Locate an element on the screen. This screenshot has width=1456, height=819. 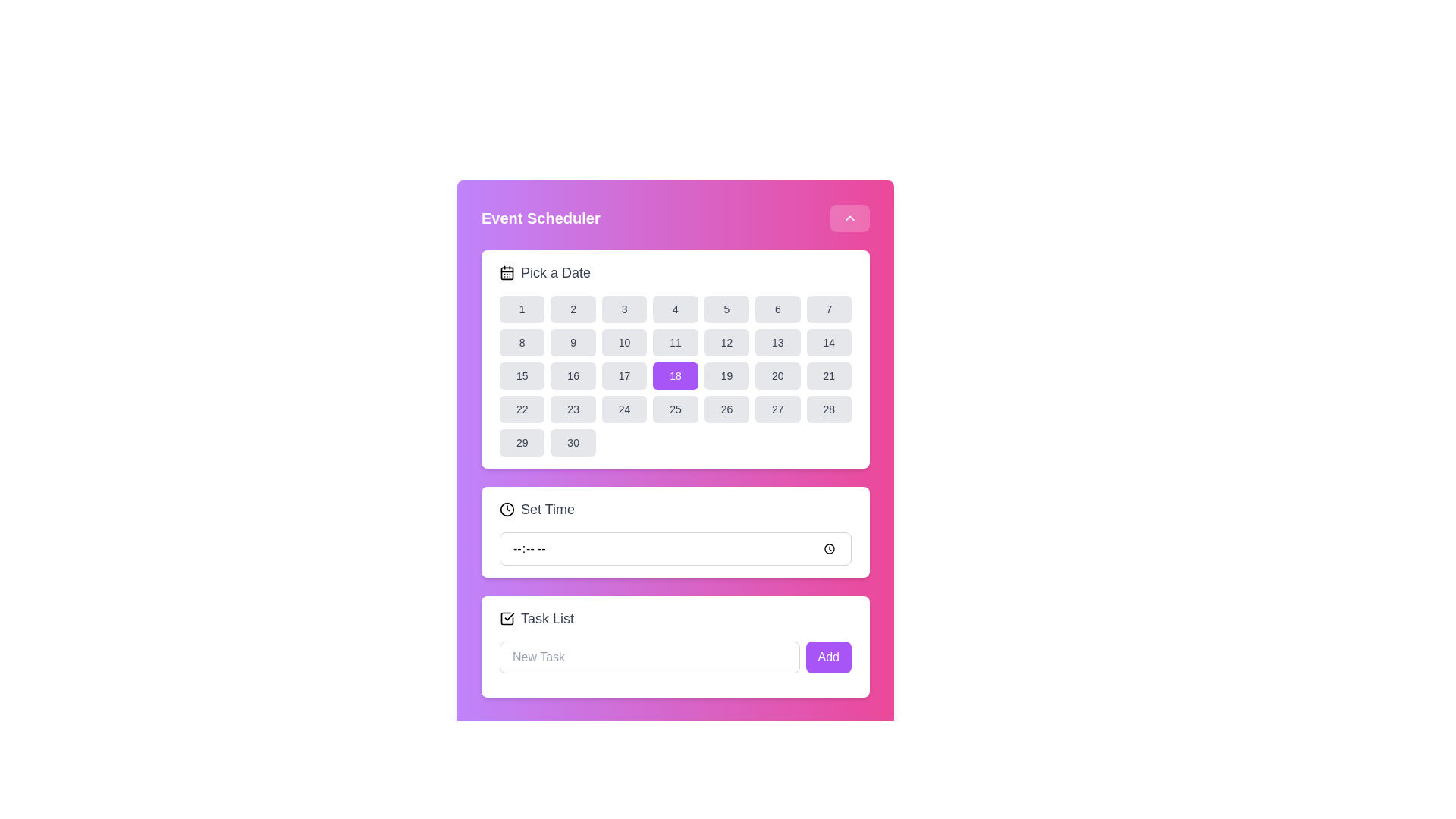
the small rectangular shape with rounded corners inside the calendar SVG icon, which is part of the calendar's frame is located at coordinates (507, 271).